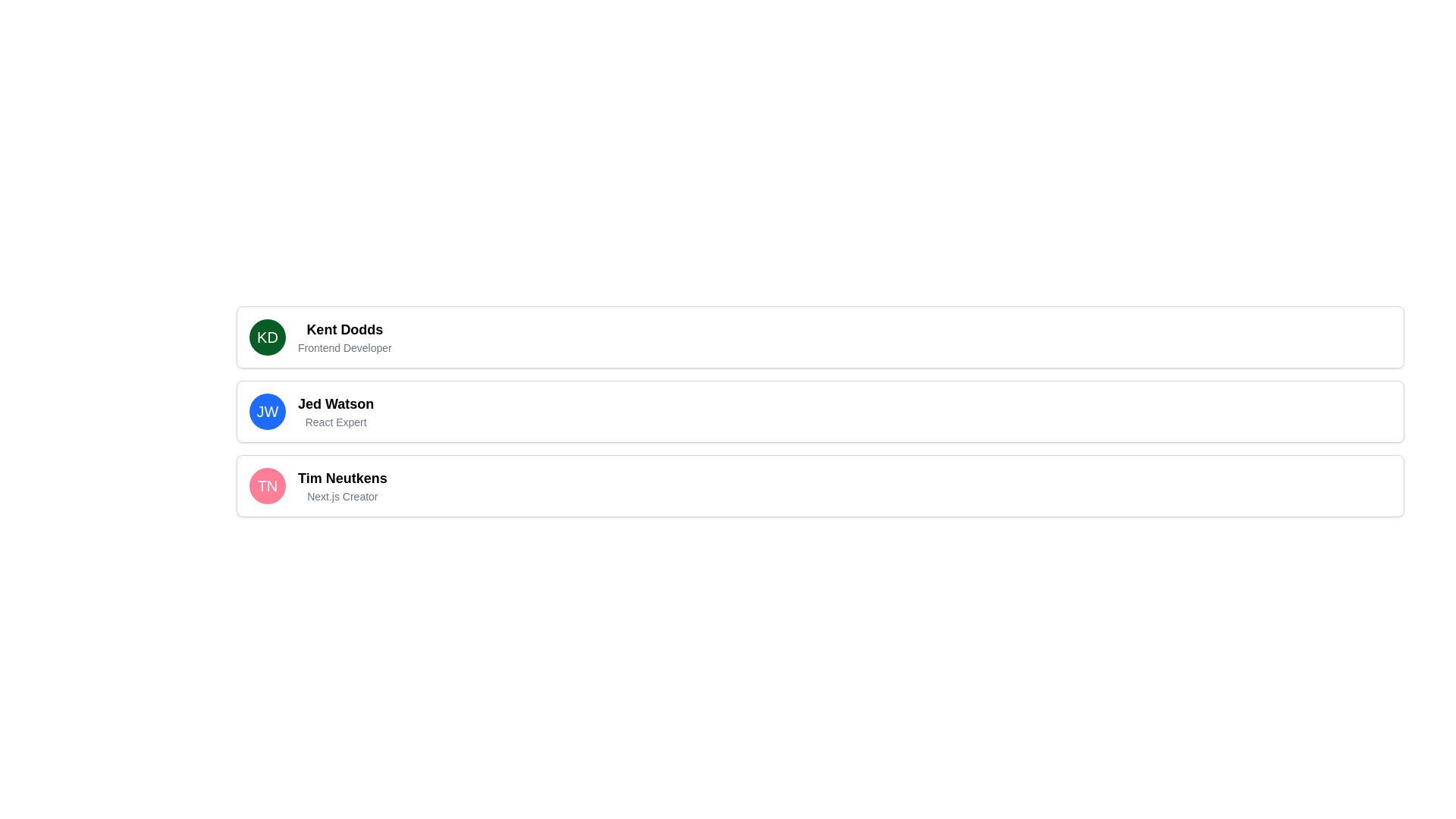  Describe the element at coordinates (344, 329) in the screenshot. I see `the static text label displaying the name of the individual associated with the adjacent avatar, located above the 'Frontend Developer' label in the top-most card of the list` at that location.